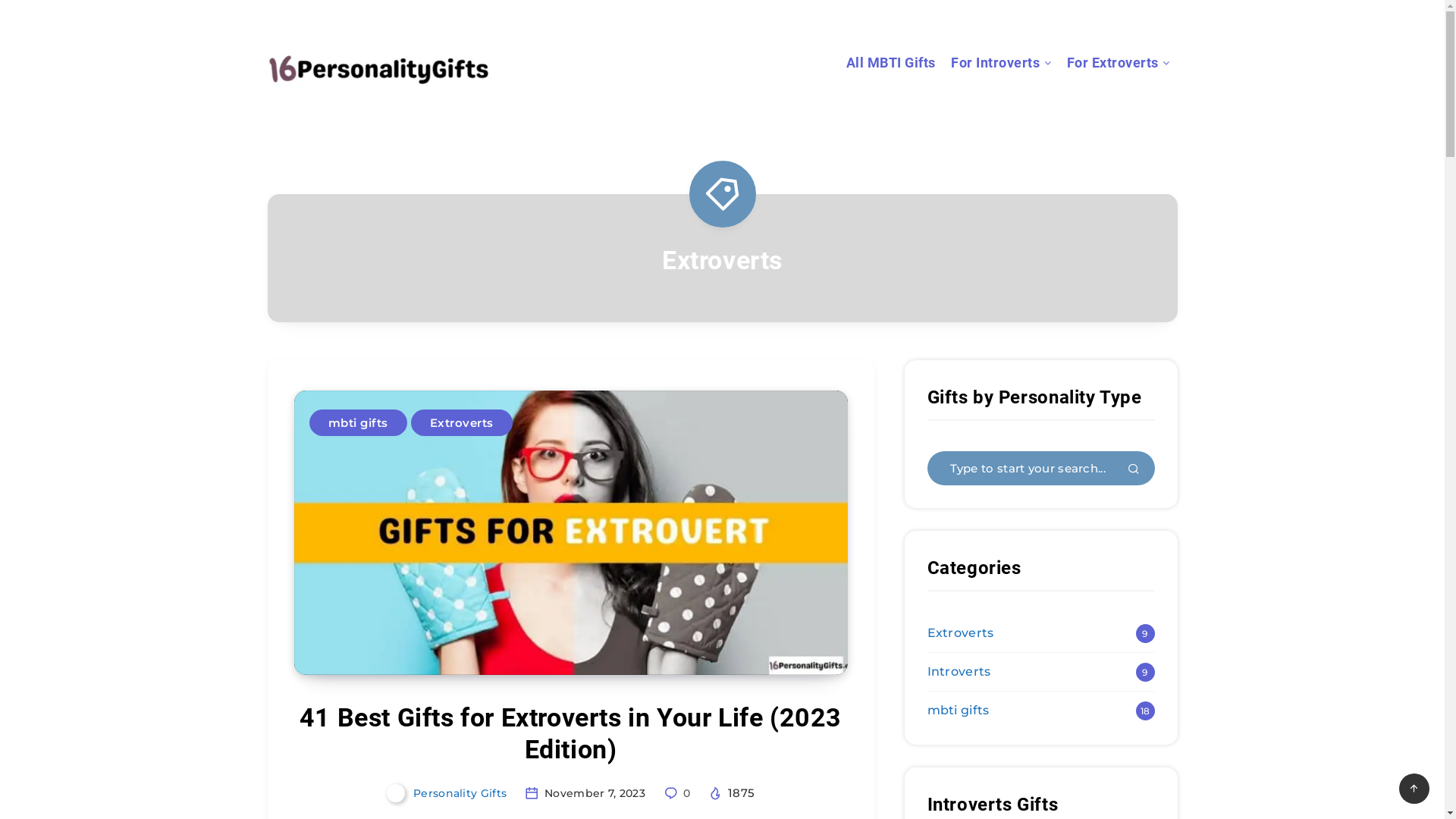  What do you see at coordinates (891, 64) in the screenshot?
I see `'All MBTI Gifts'` at bounding box center [891, 64].